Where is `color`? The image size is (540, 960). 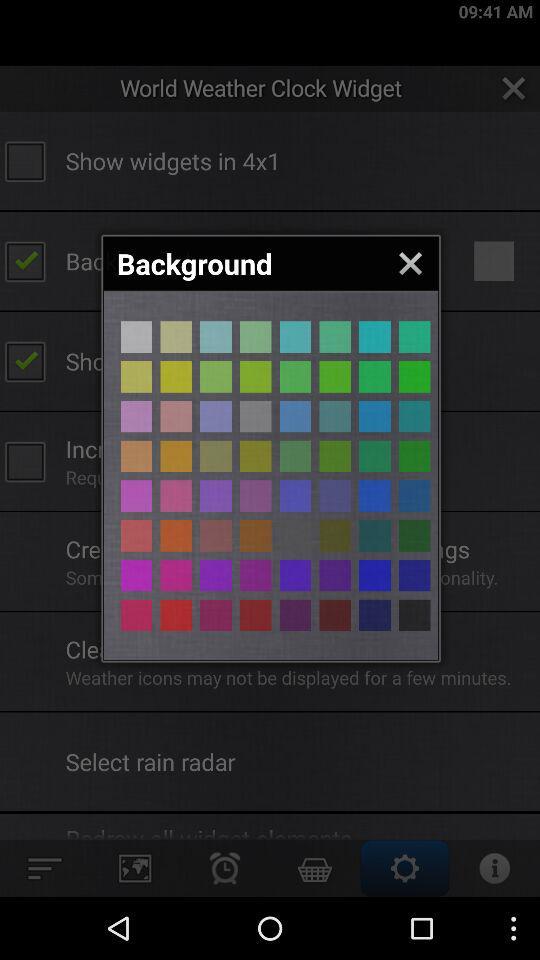 color is located at coordinates (294, 415).